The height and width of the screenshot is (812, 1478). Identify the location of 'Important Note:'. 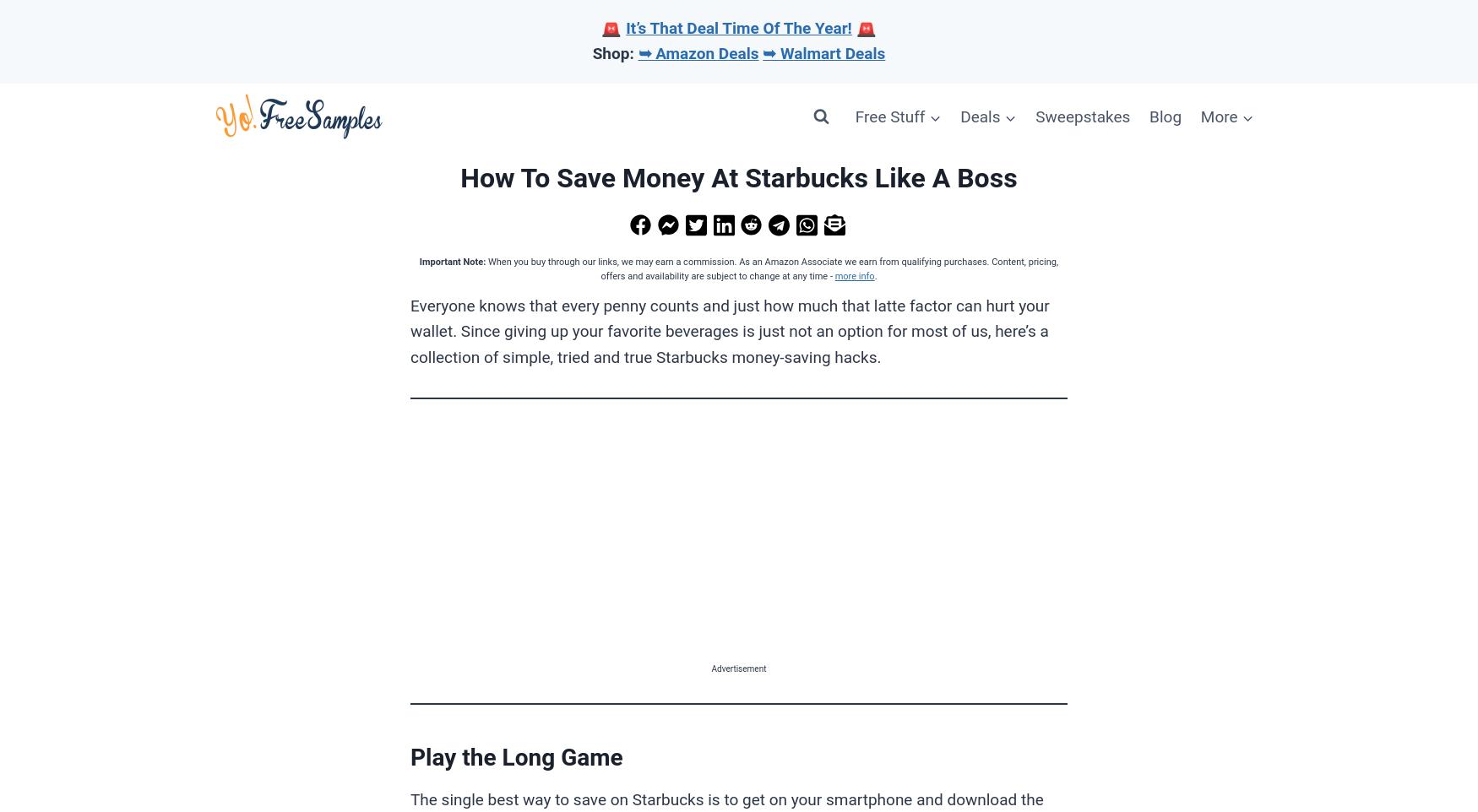
(451, 260).